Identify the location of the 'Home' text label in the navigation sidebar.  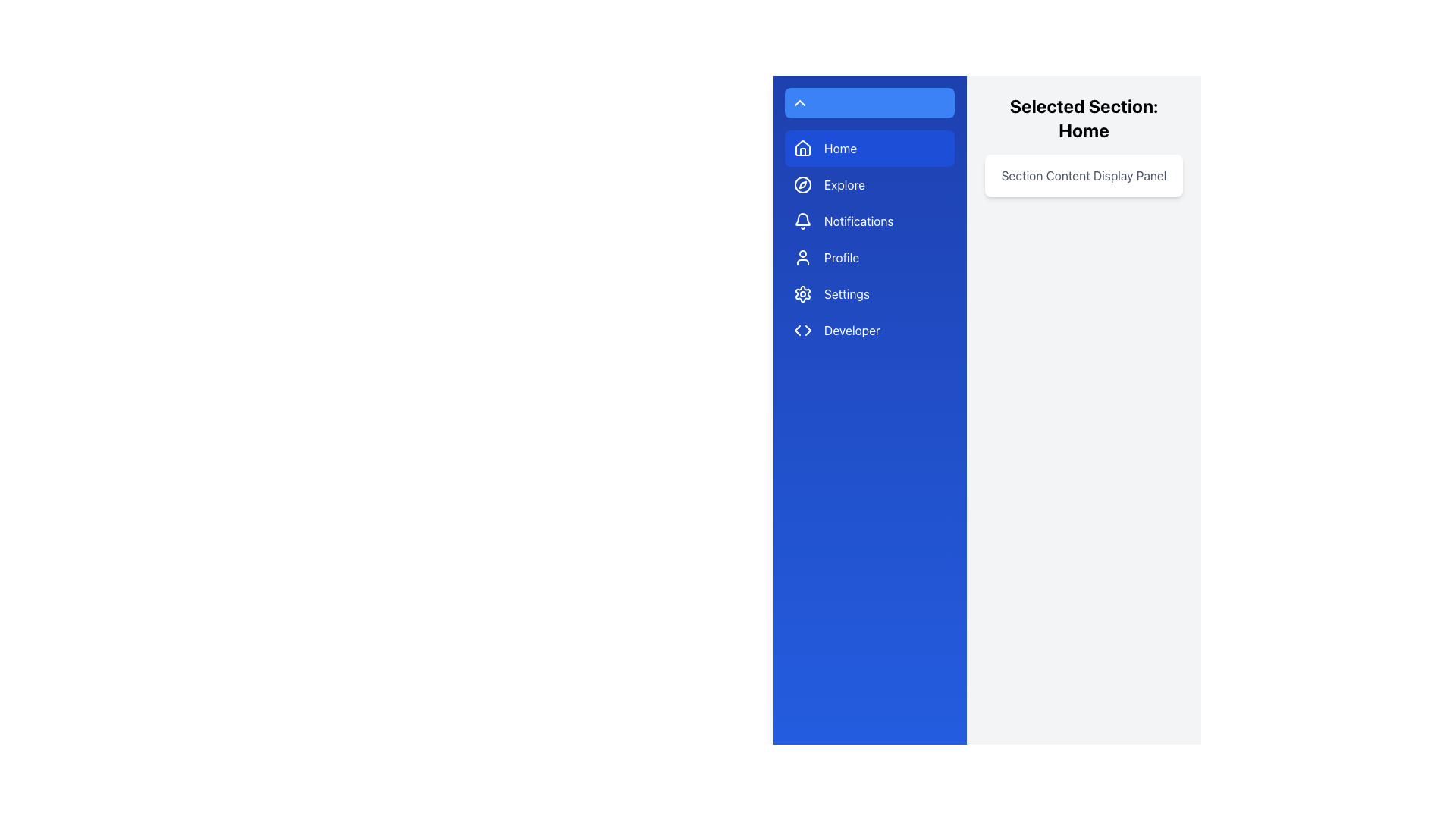
(839, 149).